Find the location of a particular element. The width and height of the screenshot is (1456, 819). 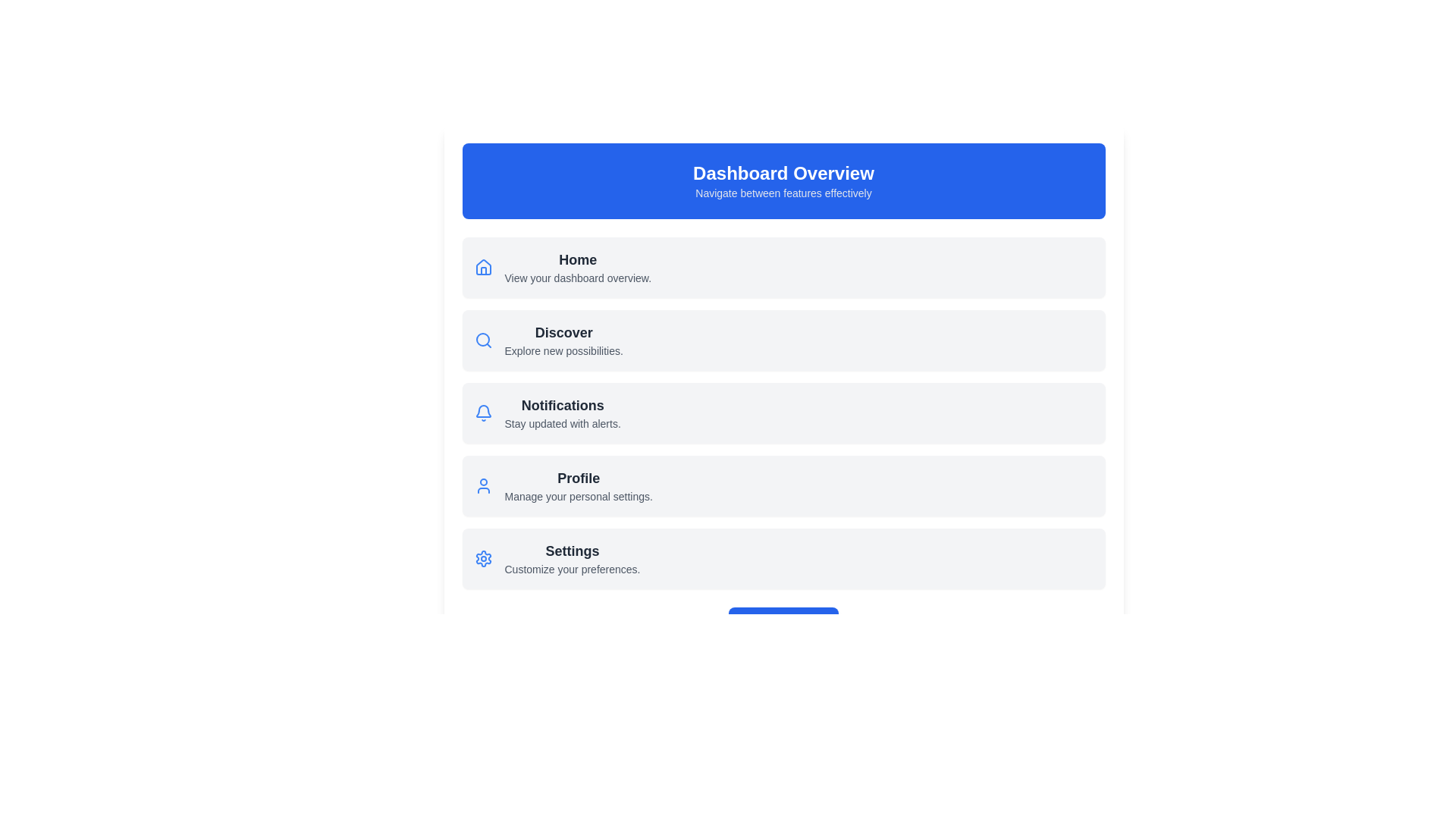

the Informational Header Banner that displays 'Dashboard Overview' and provides a brief description of its purpose is located at coordinates (783, 180).